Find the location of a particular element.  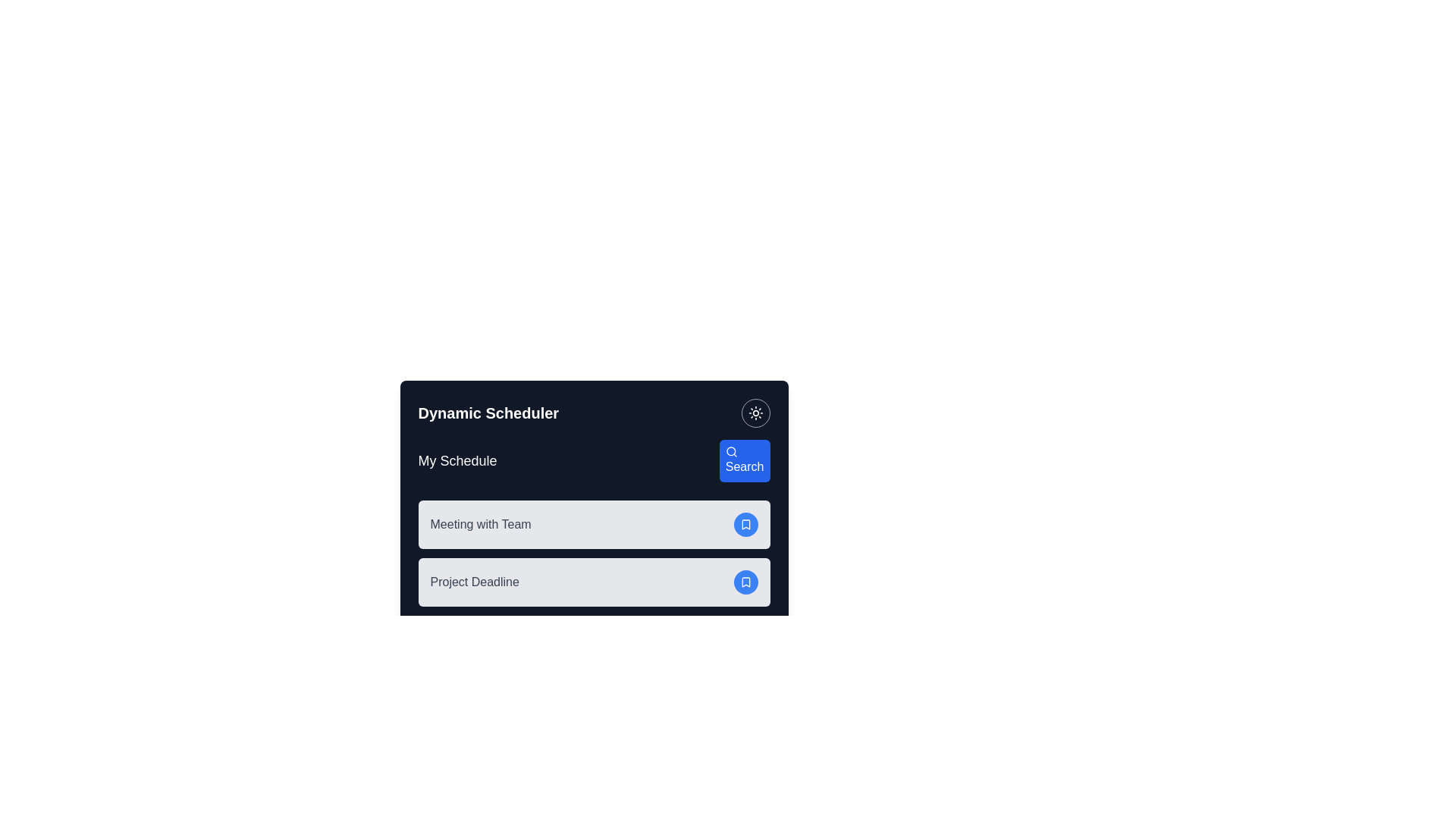

the button located in the top-right corner of the 'Dynamic Scheduler' panel is located at coordinates (755, 413).